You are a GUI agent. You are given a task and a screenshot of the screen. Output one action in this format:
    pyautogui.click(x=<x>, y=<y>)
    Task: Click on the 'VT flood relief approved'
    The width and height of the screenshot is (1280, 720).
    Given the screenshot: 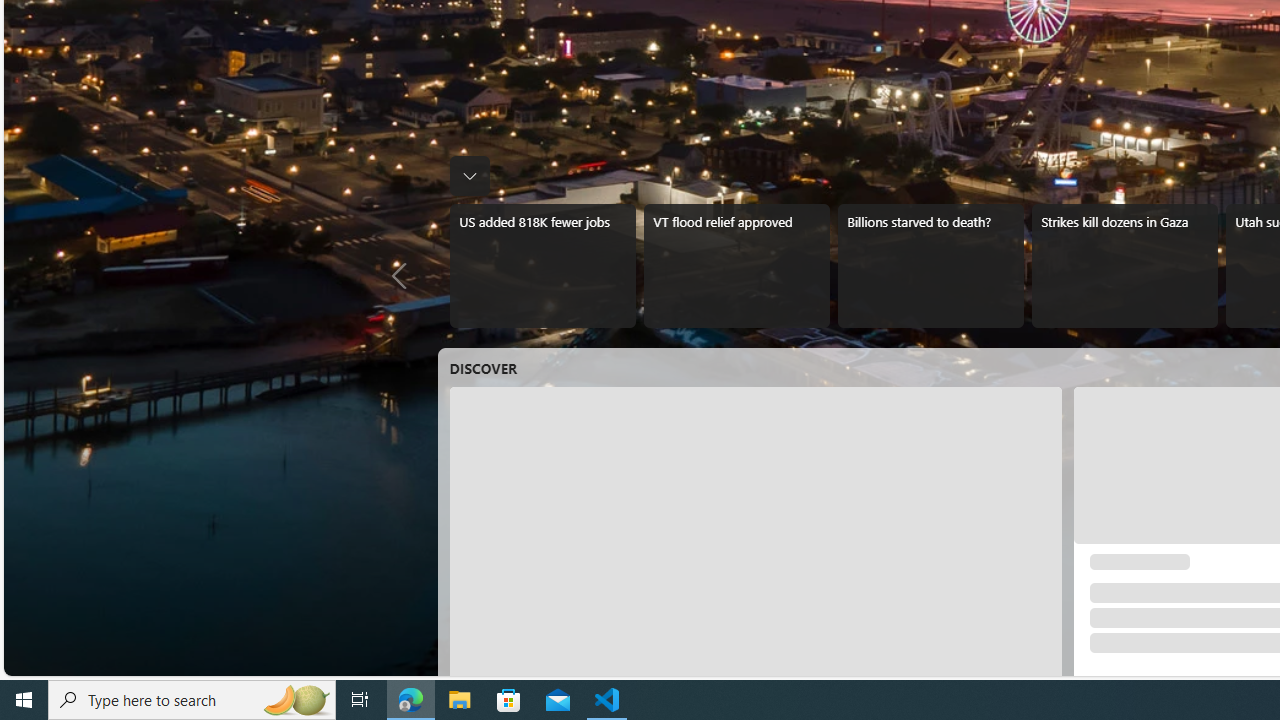 What is the action you would take?
    pyautogui.click(x=735, y=265)
    